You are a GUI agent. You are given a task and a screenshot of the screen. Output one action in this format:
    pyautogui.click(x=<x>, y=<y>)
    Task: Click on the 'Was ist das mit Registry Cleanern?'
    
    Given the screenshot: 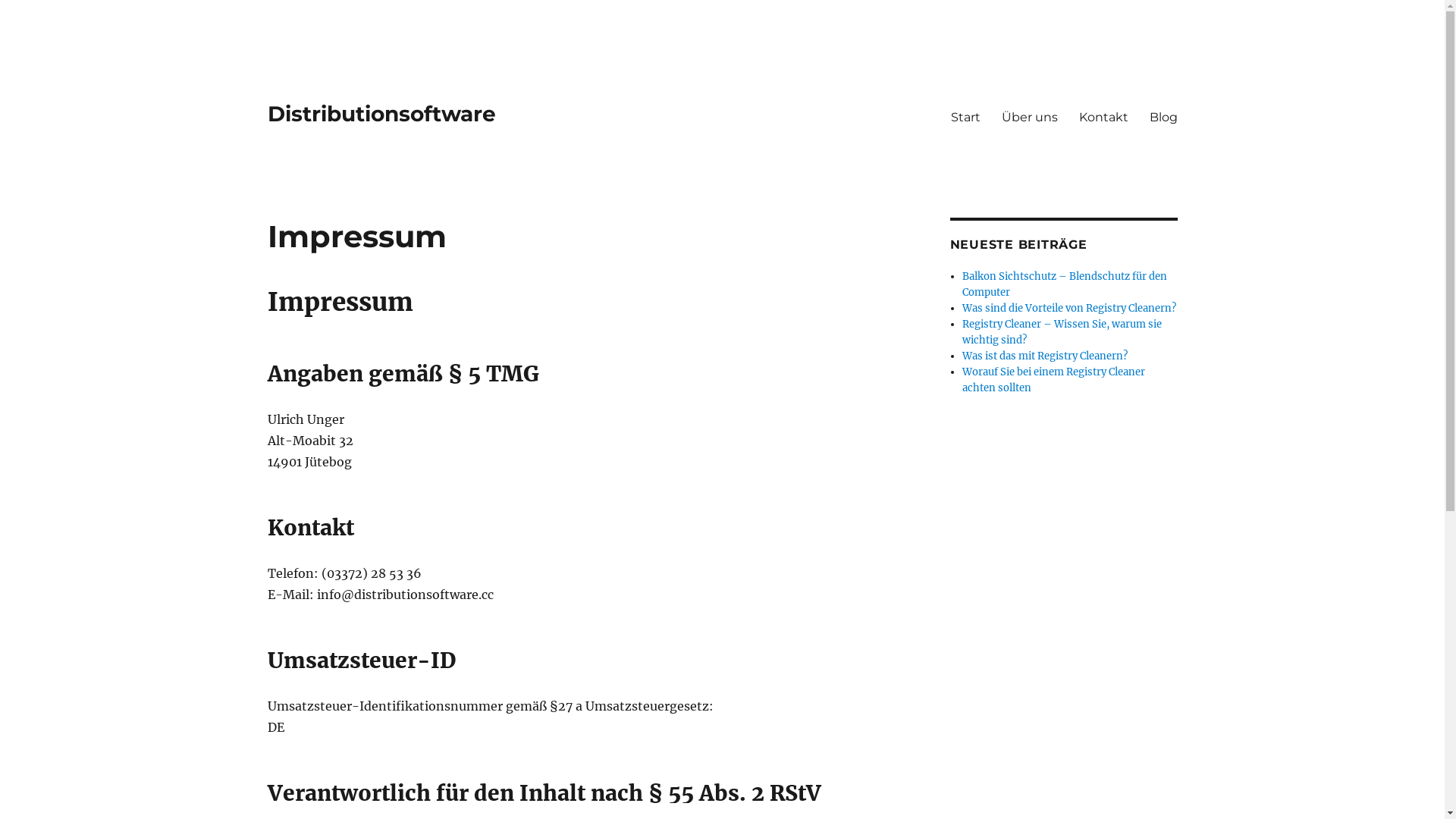 What is the action you would take?
    pyautogui.click(x=961, y=356)
    